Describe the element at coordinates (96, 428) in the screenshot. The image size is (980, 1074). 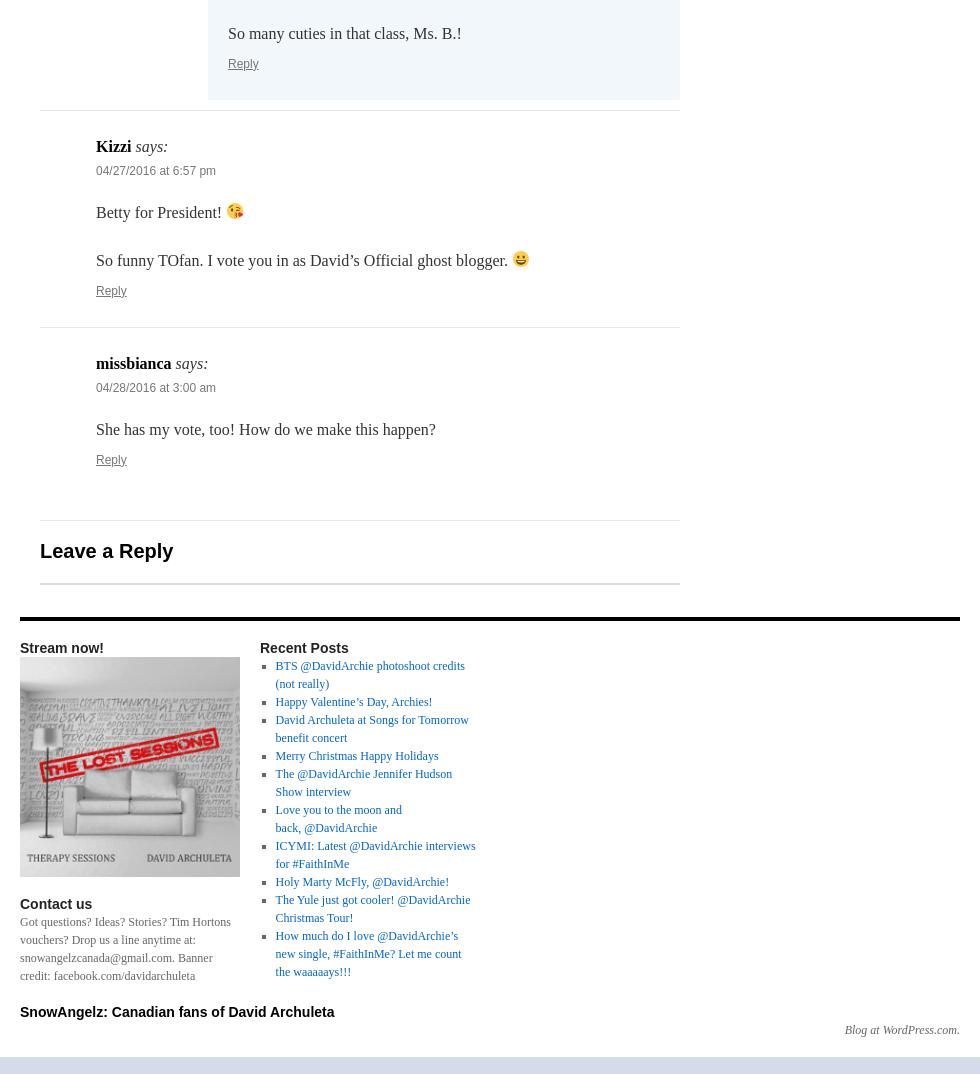
I see `'She has my vote, too! How do we make this happen?'` at that location.